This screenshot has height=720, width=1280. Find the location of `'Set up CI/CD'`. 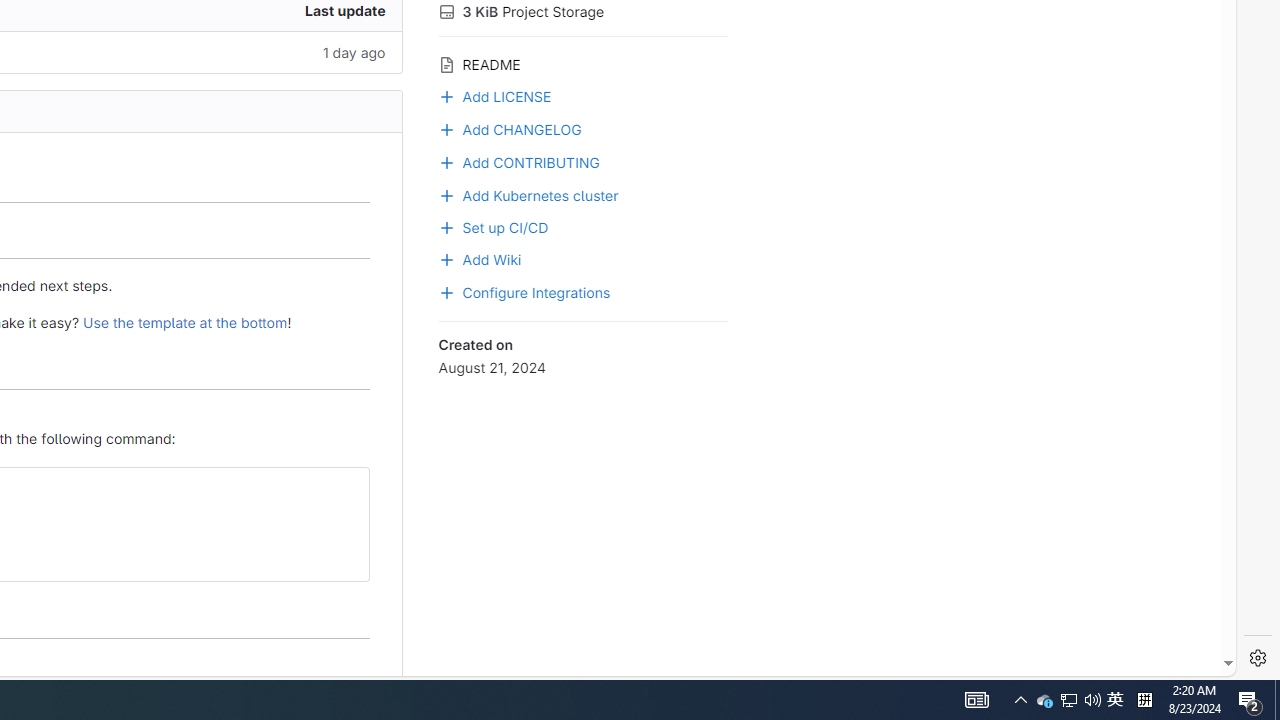

'Set up CI/CD' is located at coordinates (582, 225).